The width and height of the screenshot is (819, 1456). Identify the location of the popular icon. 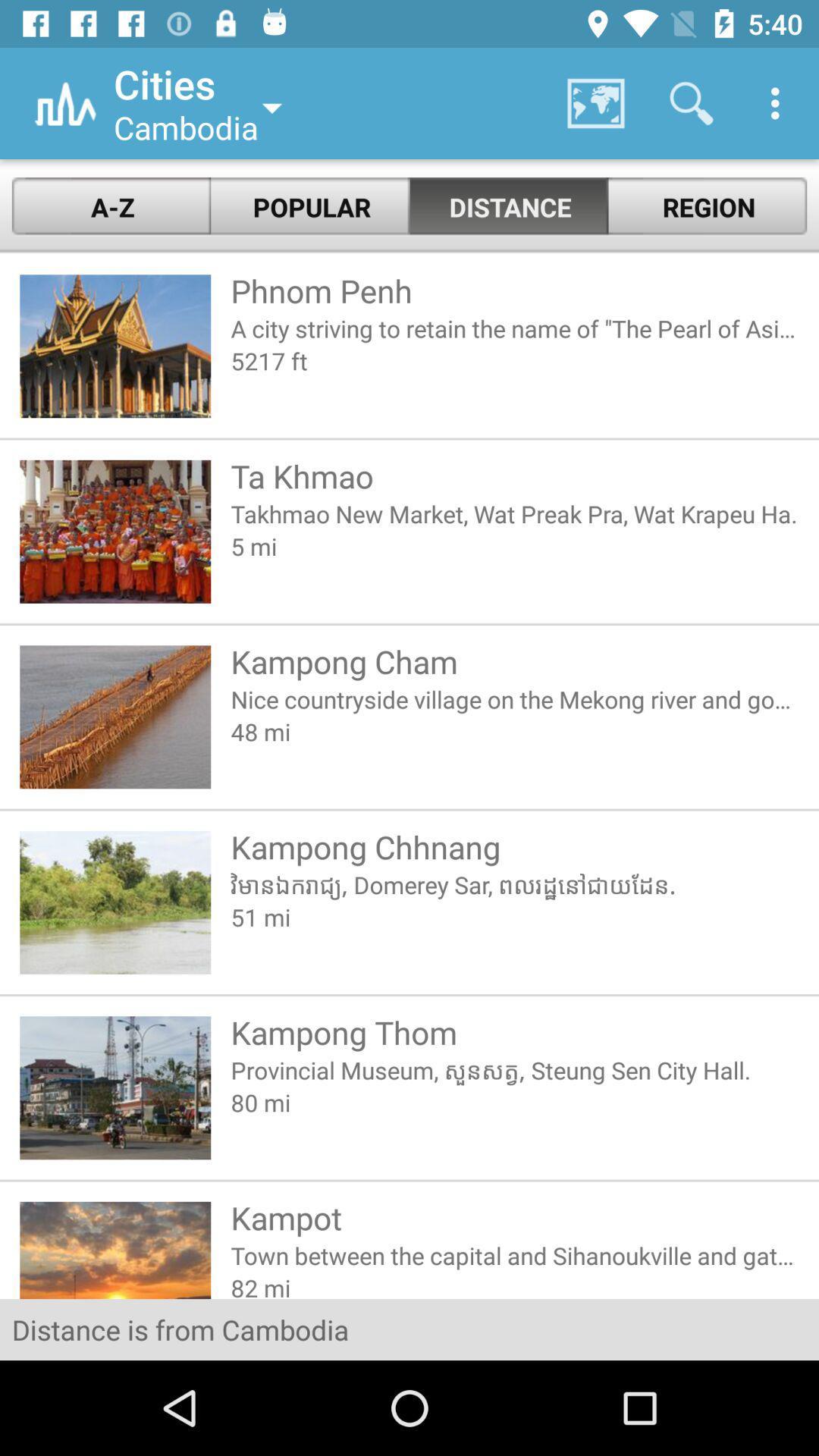
(309, 206).